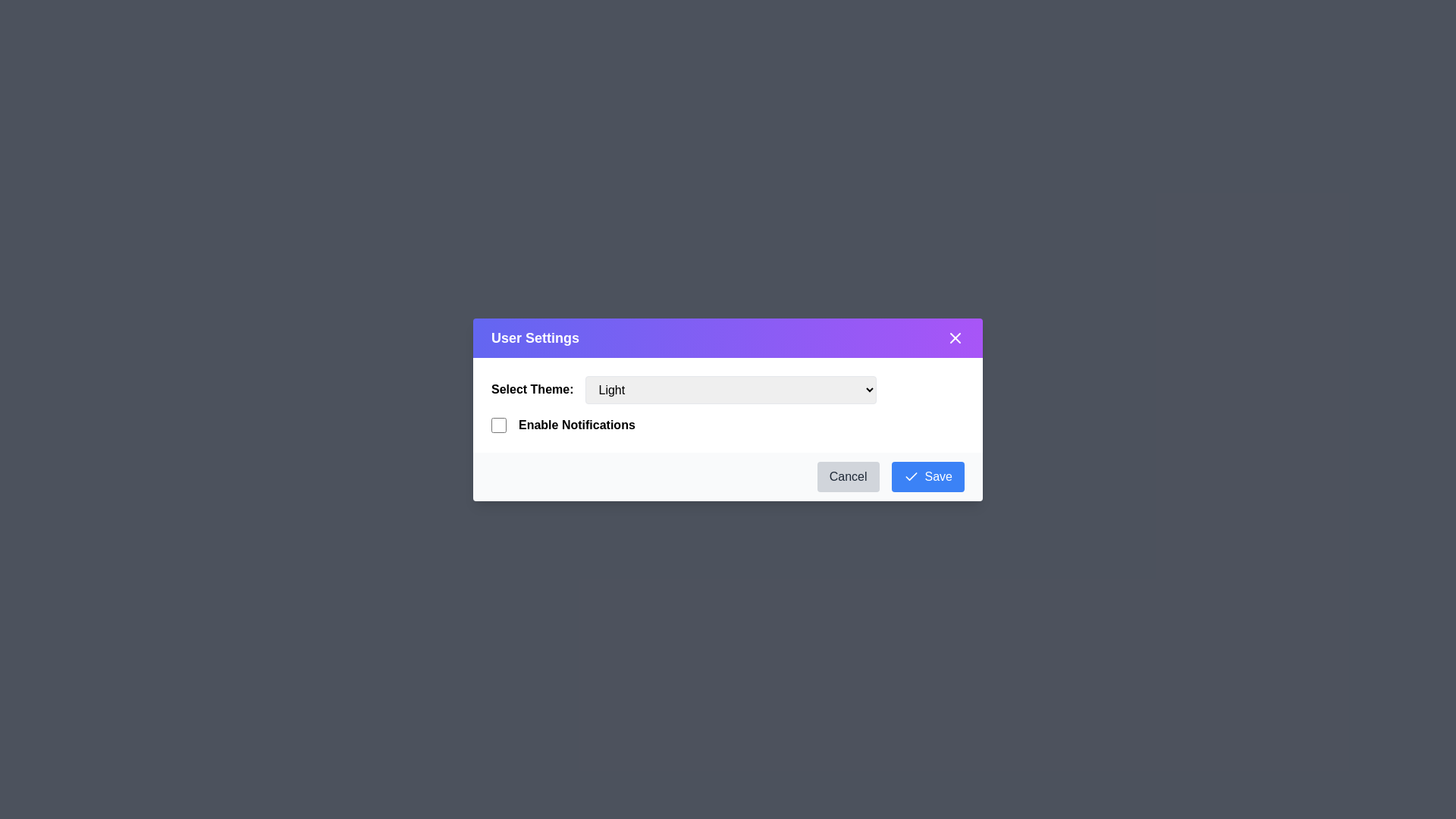  Describe the element at coordinates (498, 425) in the screenshot. I see `the 'Enable Notifications' checkbox to toggle its state` at that location.